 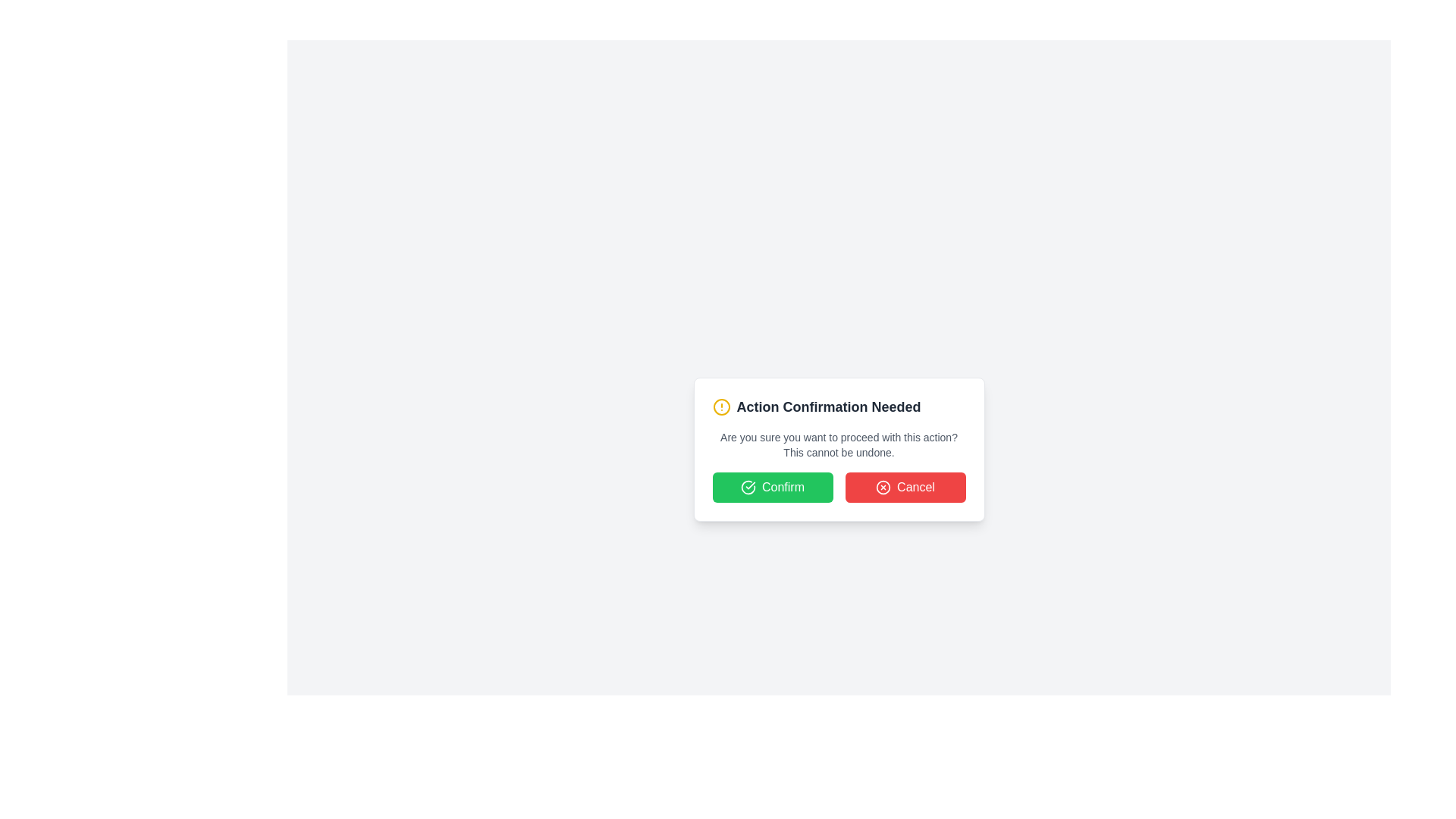 I want to click on the SVG circle element styled as part of an icon, which is located towards the upper-left corner of a confirmation dialog box, so click(x=883, y=488).